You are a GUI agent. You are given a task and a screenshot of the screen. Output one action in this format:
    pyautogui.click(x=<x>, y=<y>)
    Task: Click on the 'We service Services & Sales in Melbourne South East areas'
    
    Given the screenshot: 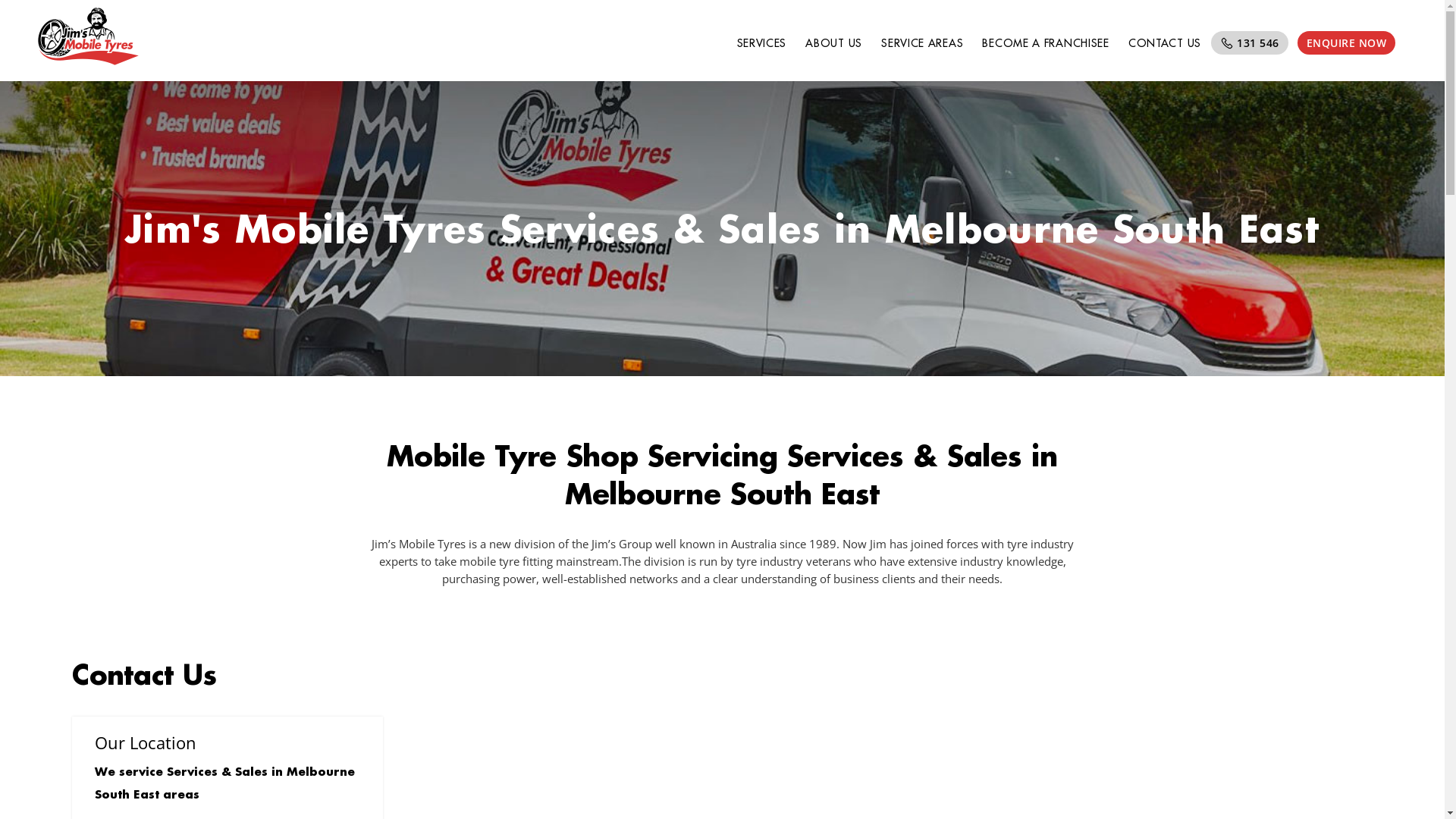 What is the action you would take?
    pyautogui.click(x=224, y=783)
    